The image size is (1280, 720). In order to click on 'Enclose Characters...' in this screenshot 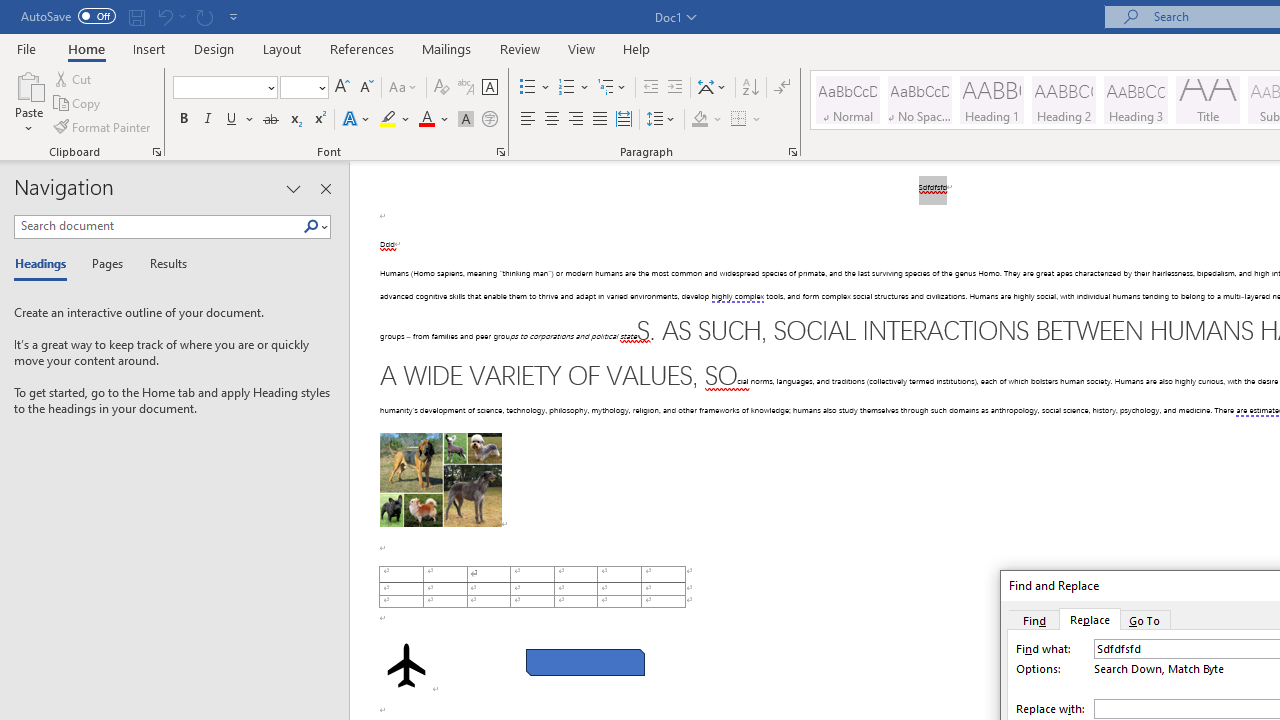, I will do `click(489, 119)`.